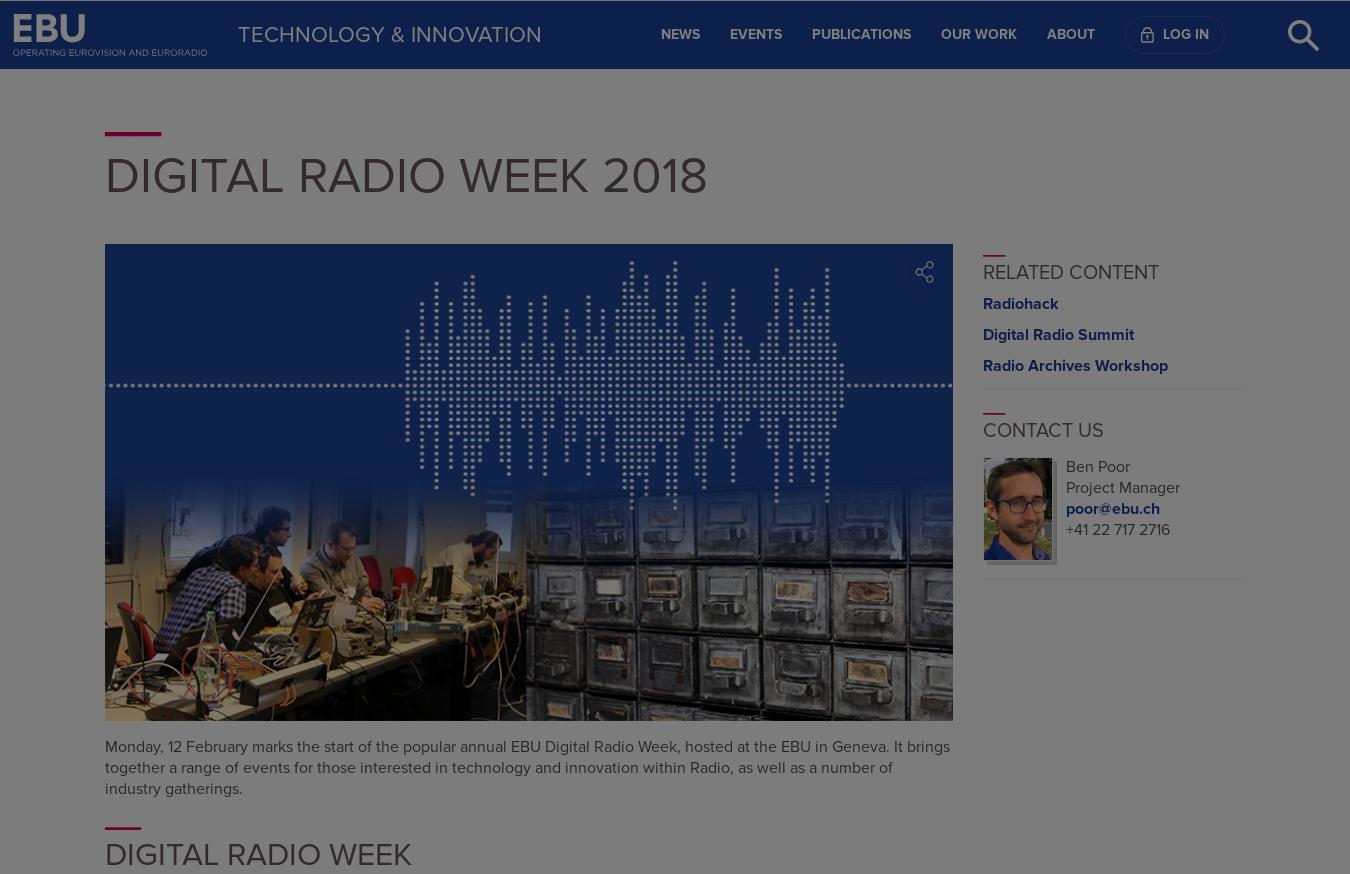 The image size is (1350, 874). What do you see at coordinates (1057, 333) in the screenshot?
I see `'Digital Radio Summit'` at bounding box center [1057, 333].